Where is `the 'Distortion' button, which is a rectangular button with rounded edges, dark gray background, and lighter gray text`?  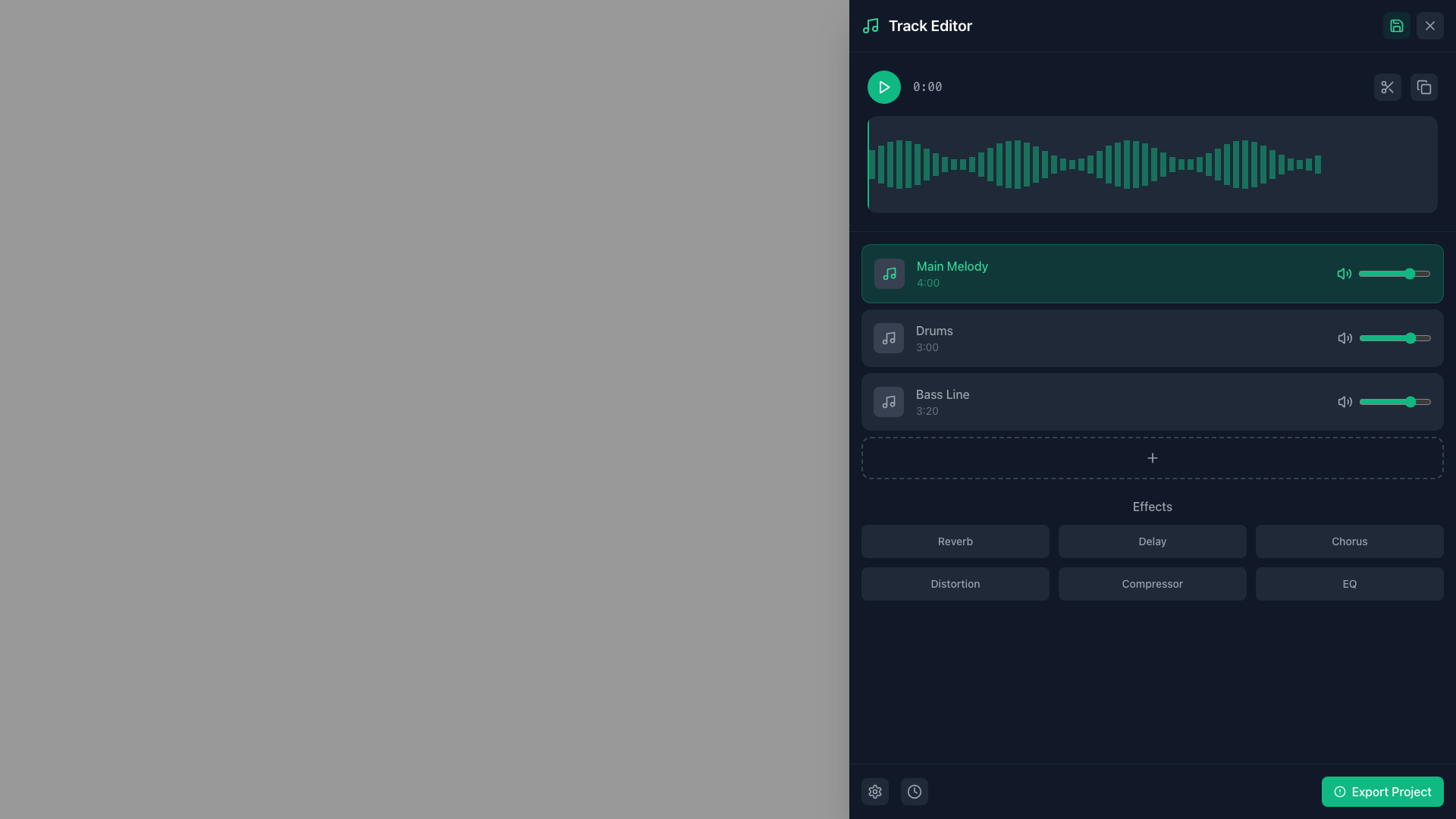
the 'Distortion' button, which is a rectangular button with rounded edges, dark gray background, and lighter gray text is located at coordinates (954, 583).